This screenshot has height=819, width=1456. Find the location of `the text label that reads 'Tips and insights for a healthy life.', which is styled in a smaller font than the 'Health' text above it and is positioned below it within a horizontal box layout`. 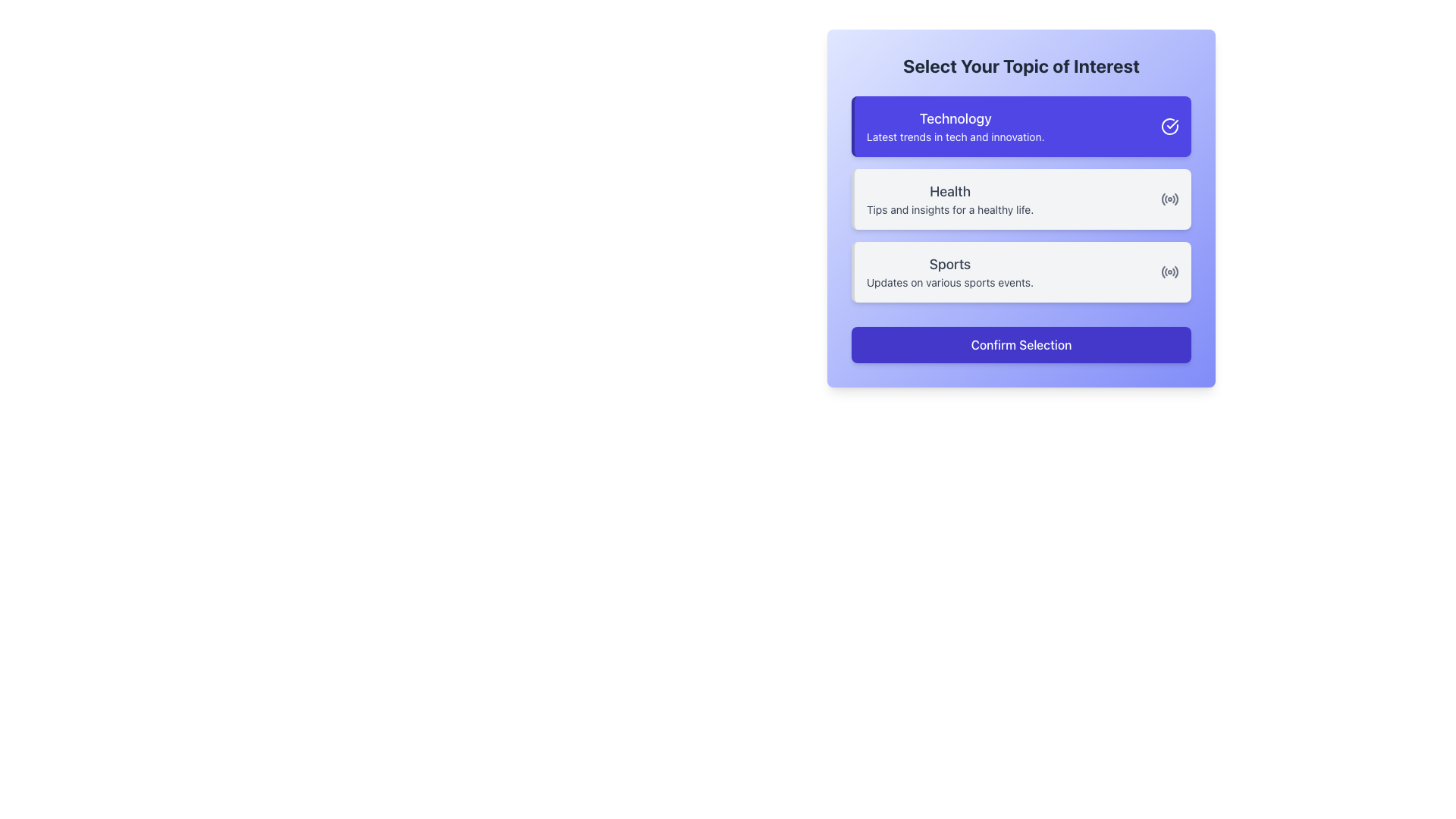

the text label that reads 'Tips and insights for a healthy life.', which is styled in a smaller font than the 'Health' text above it and is positioned below it within a horizontal box layout is located at coordinates (949, 210).